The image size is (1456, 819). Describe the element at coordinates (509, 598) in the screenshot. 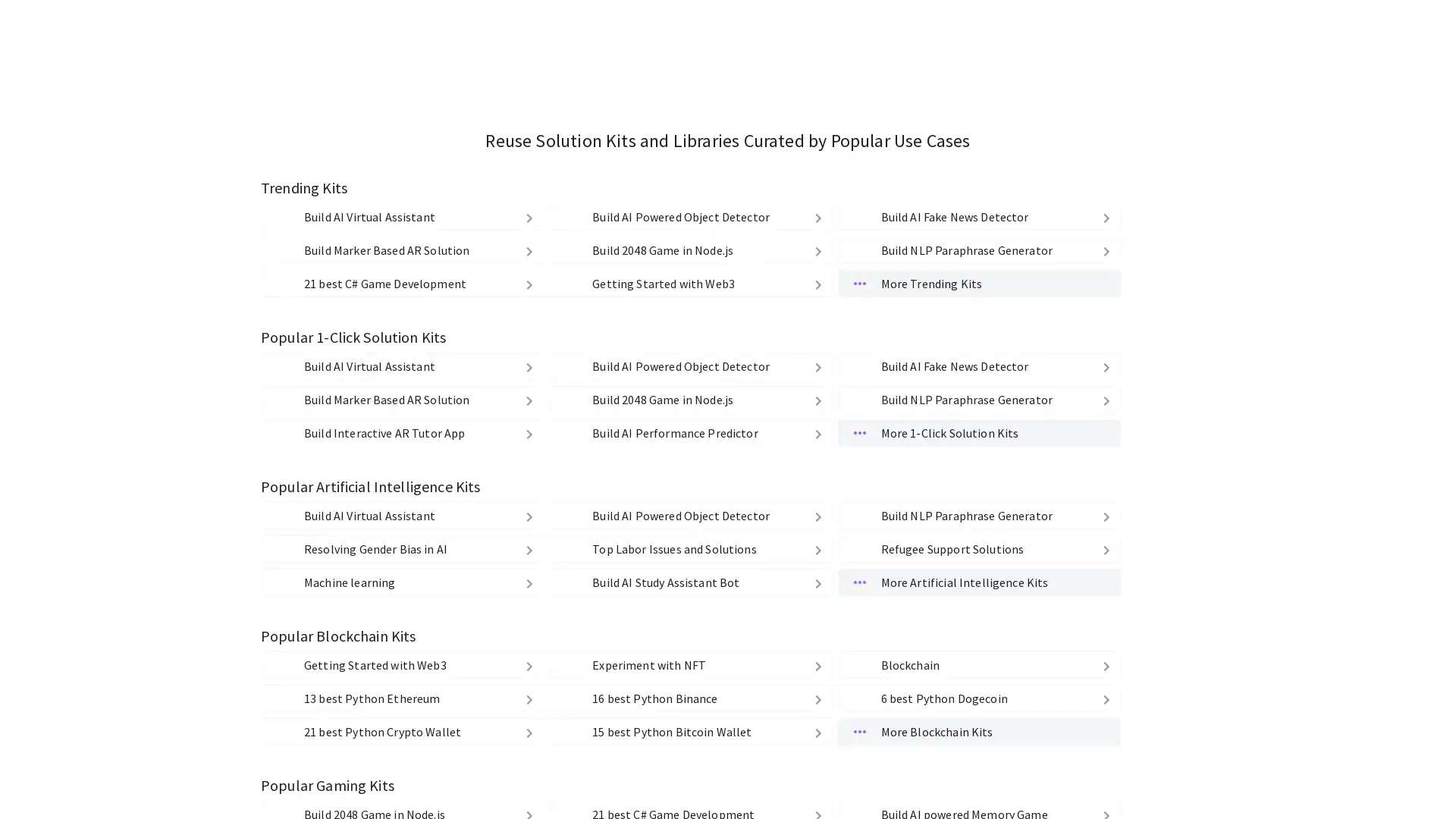

I see `delete` at that location.